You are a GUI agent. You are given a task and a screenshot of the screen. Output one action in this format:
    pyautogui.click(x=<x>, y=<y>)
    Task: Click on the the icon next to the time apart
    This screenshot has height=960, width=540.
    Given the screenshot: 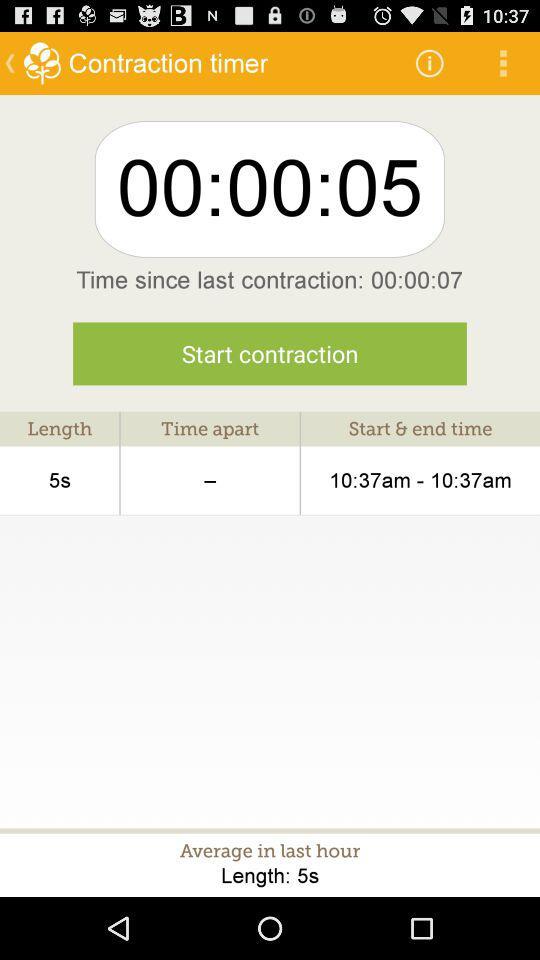 What is the action you would take?
    pyautogui.click(x=419, y=480)
    